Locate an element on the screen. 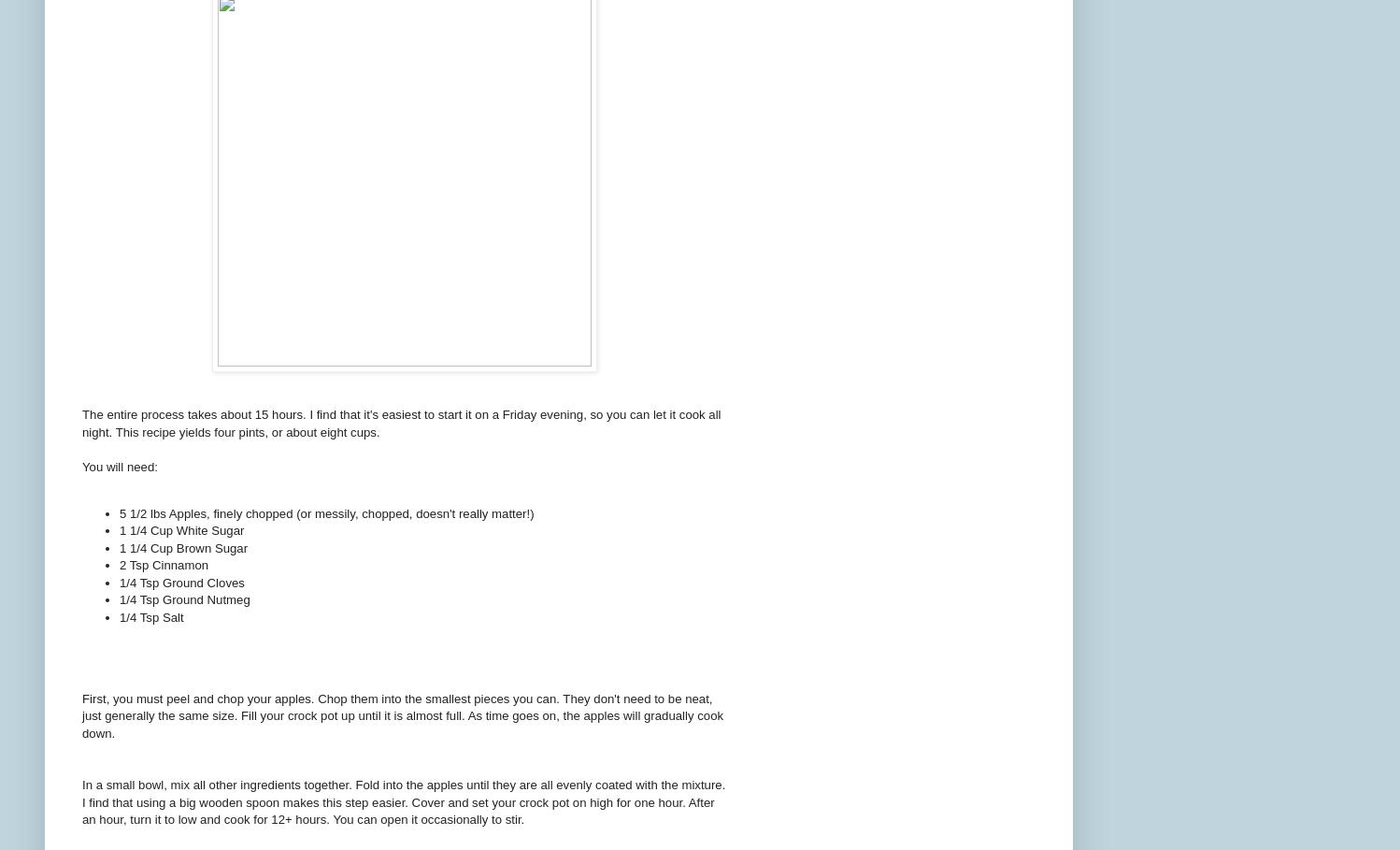 The width and height of the screenshot is (1400, 850). '5 1/2 lbs Apples, finely chopped (or messily, chopped, doesn't really matter!)' is located at coordinates (119, 512).